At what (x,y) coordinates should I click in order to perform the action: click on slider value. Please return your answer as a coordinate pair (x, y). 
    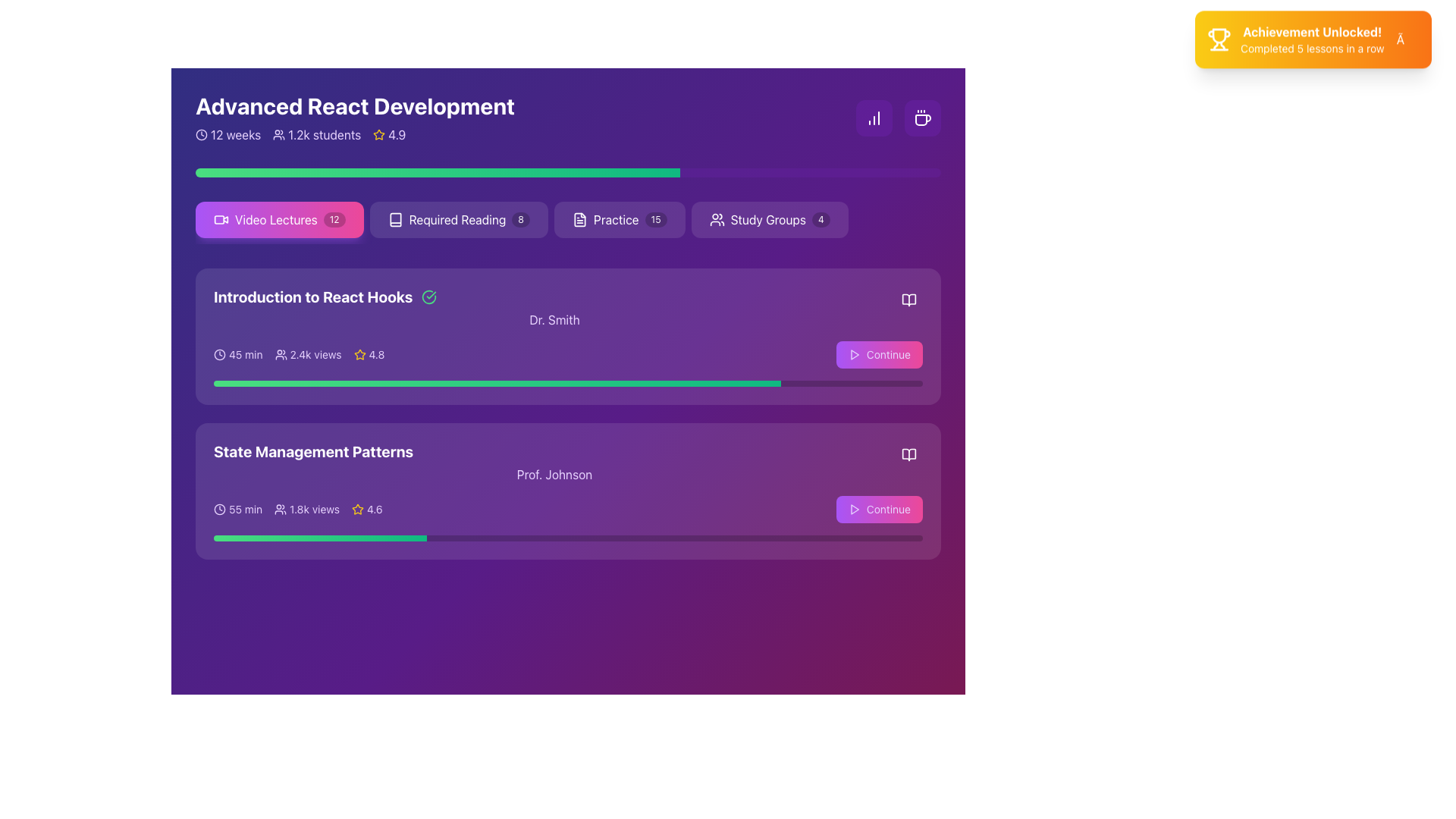
    Looking at the image, I should click on (253, 382).